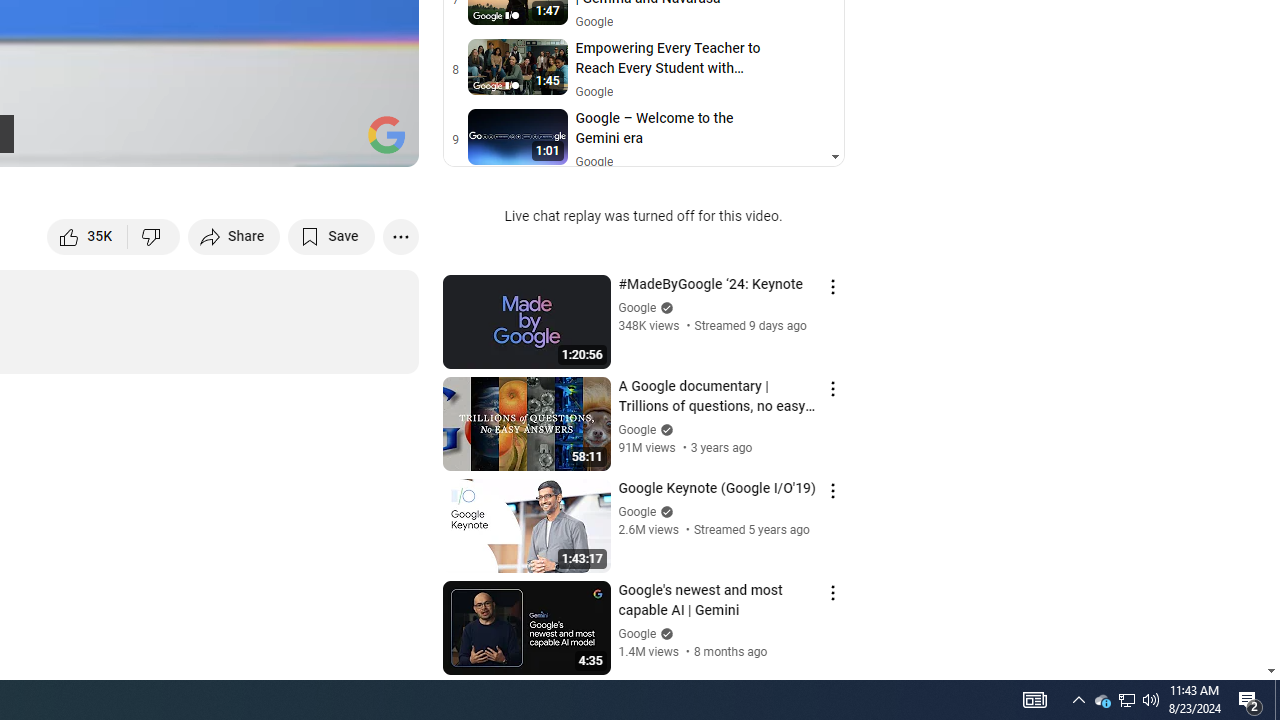 This screenshot has height=720, width=1280. I want to click on 'like this video along with 35,367 other people', so click(87, 235).